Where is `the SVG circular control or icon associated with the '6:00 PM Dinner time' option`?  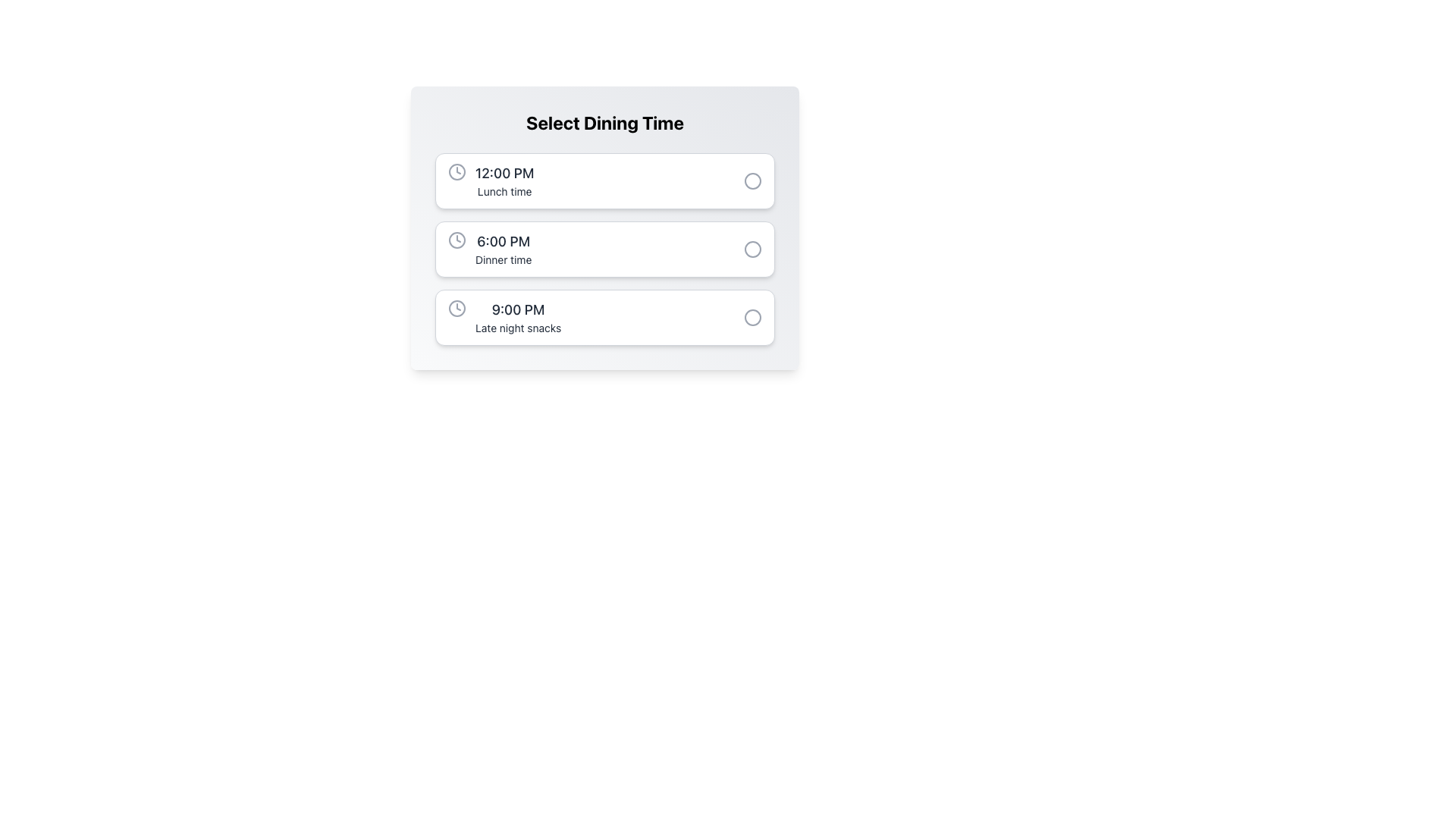 the SVG circular control or icon associated with the '6:00 PM Dinner time' option is located at coordinates (753, 248).